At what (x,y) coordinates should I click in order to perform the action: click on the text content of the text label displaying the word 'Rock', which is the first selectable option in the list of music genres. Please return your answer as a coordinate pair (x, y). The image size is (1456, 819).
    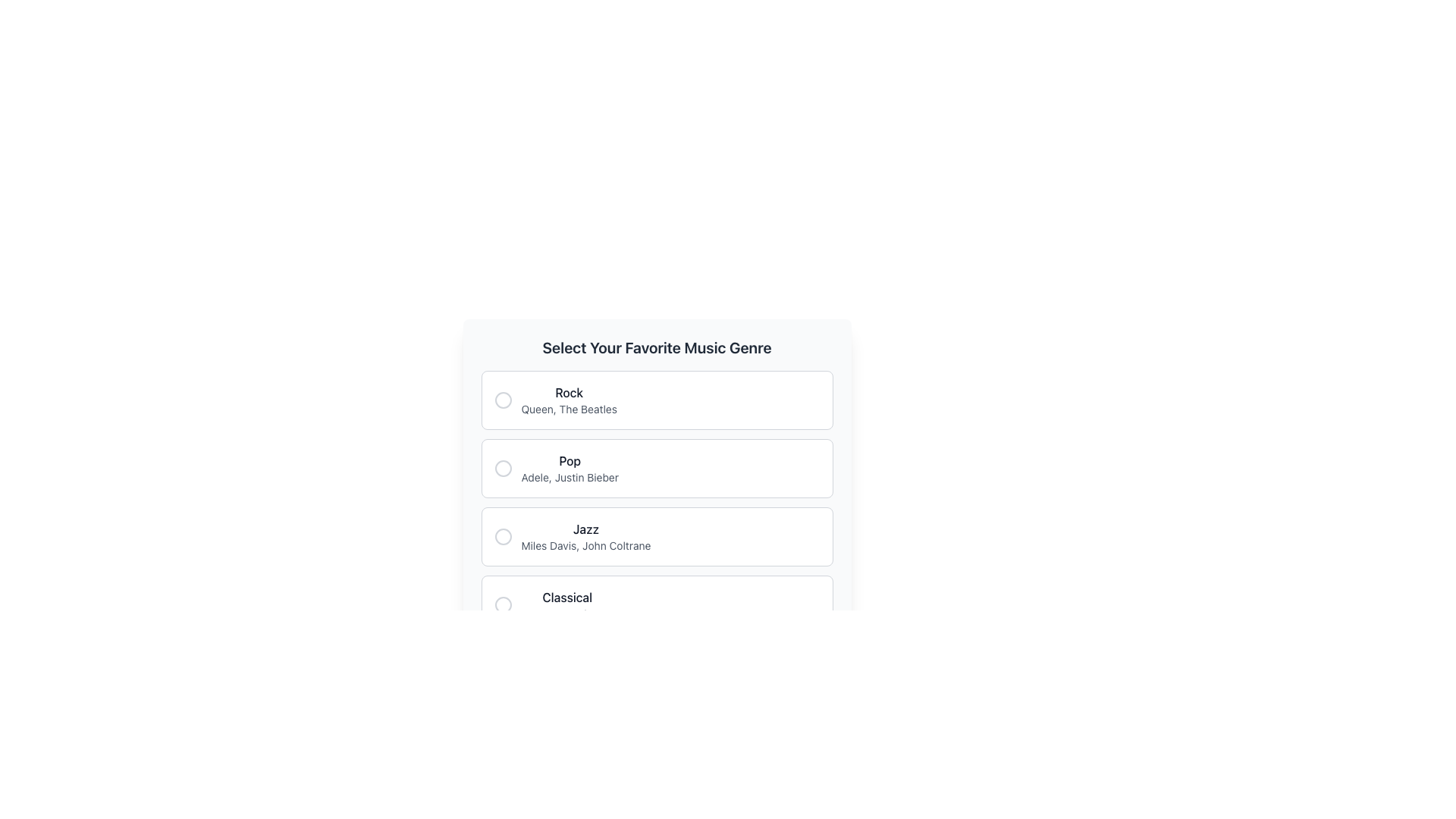
    Looking at the image, I should click on (568, 391).